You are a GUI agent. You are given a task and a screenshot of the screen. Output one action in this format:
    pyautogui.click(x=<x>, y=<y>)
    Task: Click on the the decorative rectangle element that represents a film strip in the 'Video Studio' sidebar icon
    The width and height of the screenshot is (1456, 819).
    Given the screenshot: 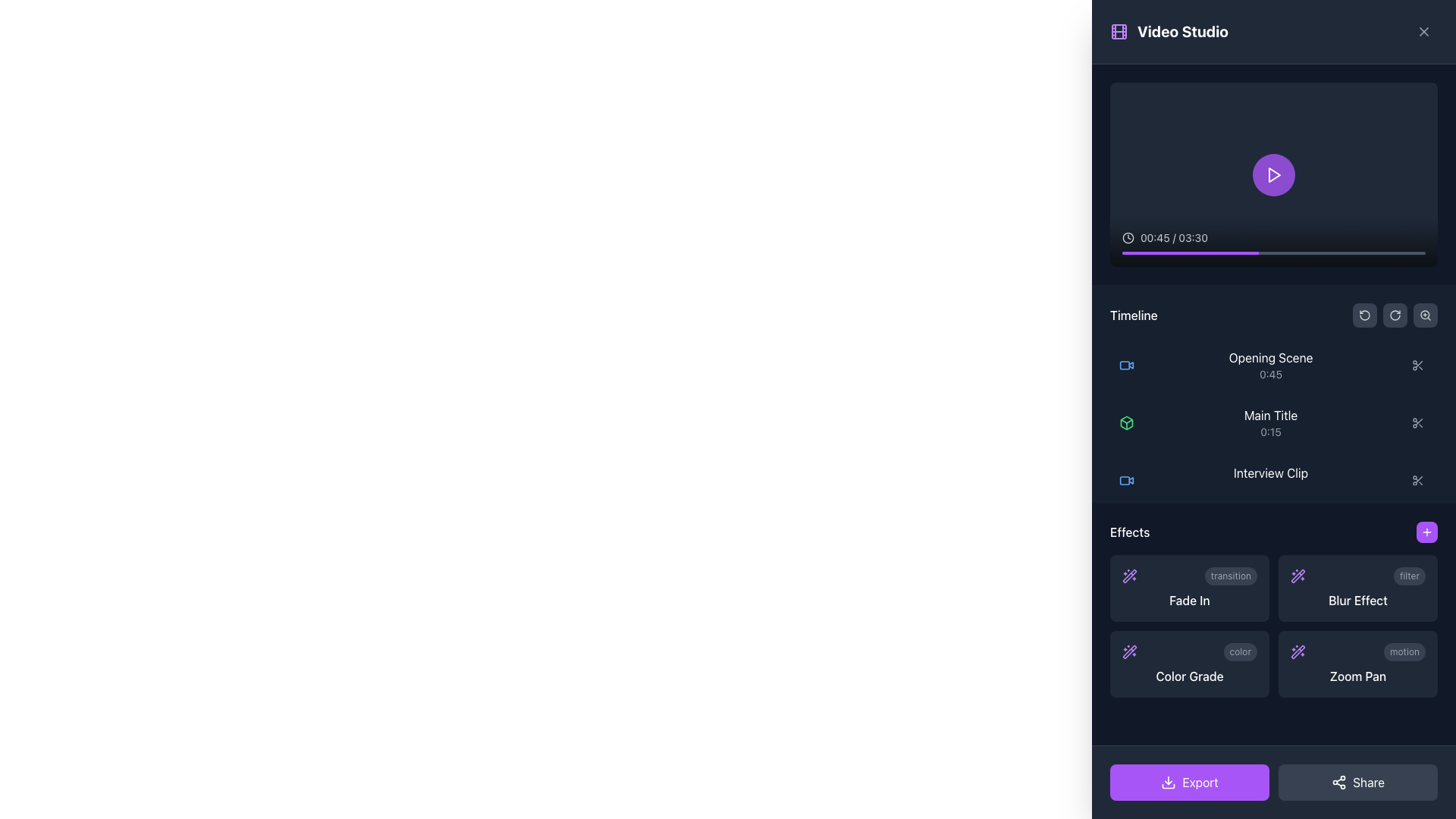 What is the action you would take?
    pyautogui.click(x=1119, y=32)
    